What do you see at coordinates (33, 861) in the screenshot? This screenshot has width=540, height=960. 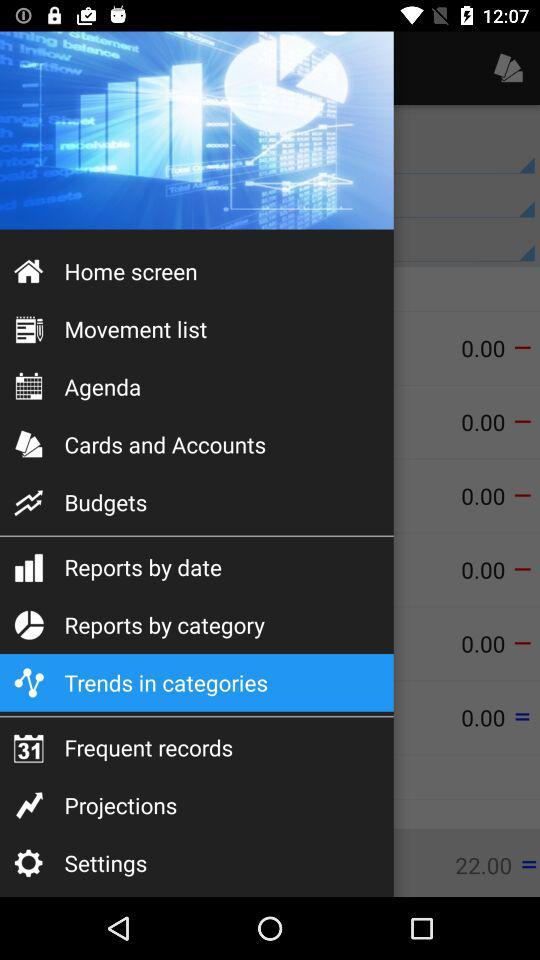 I see `the settings icon` at bounding box center [33, 861].